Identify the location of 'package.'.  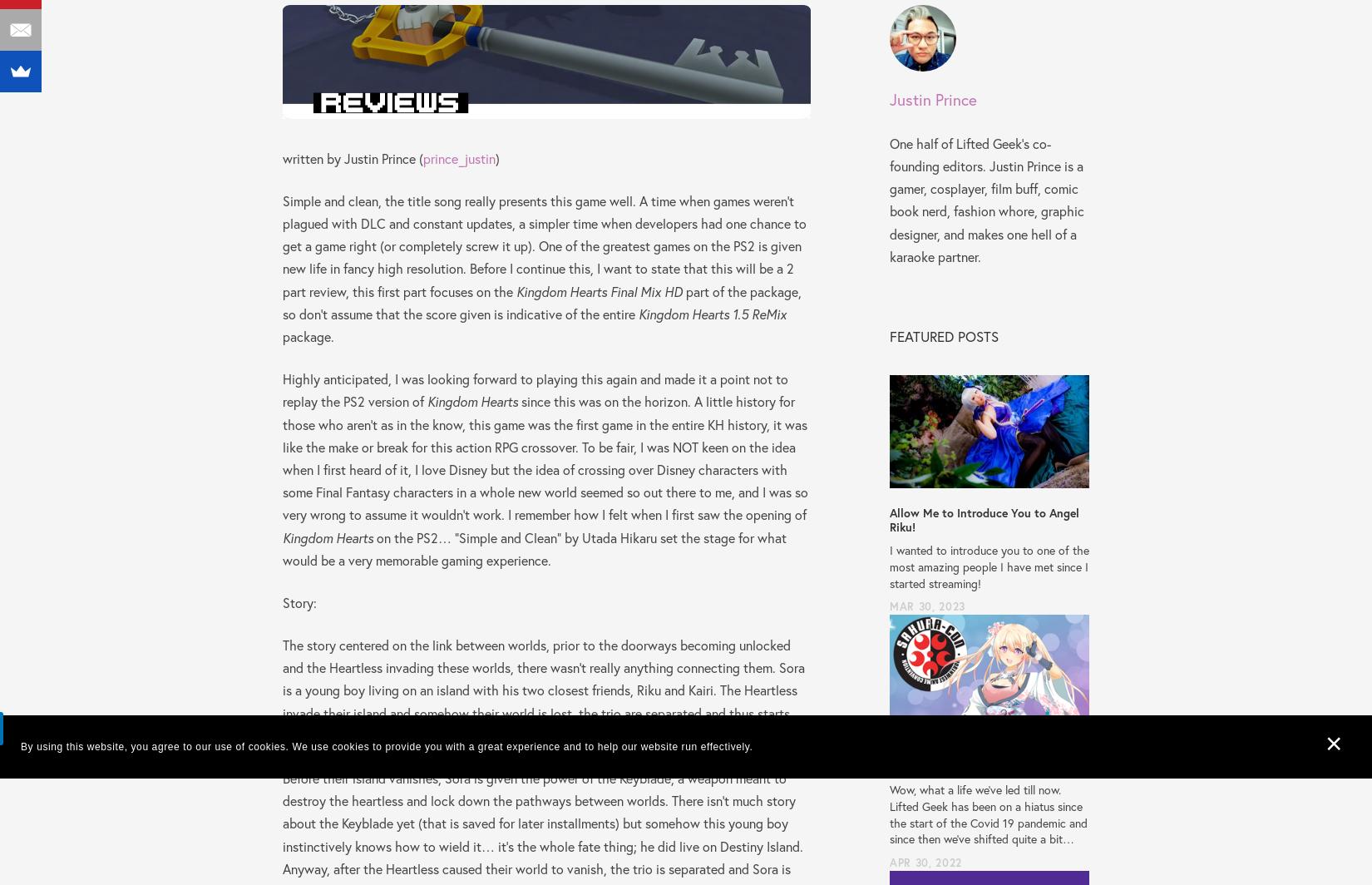
(308, 336).